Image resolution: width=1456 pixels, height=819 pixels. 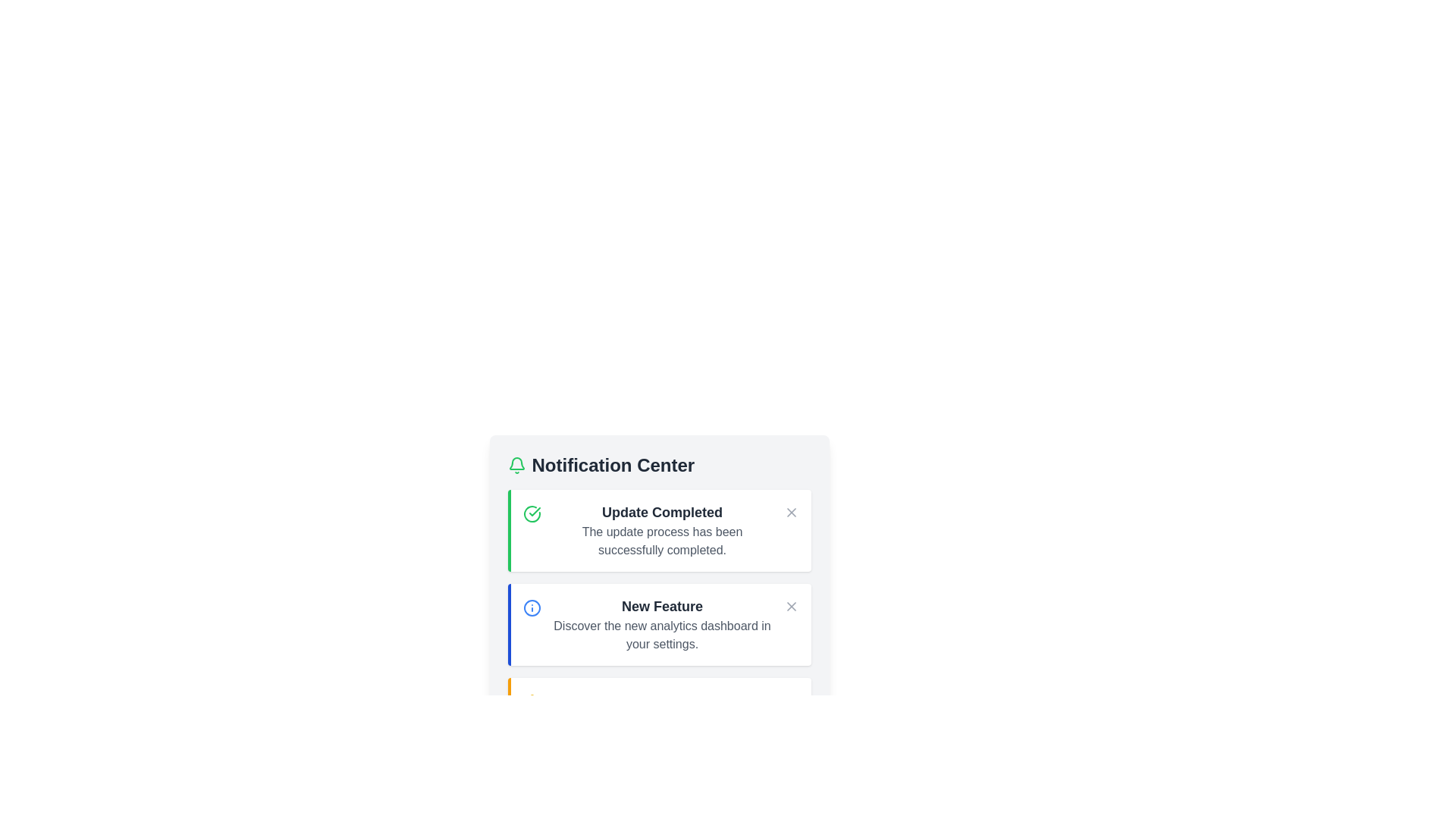 What do you see at coordinates (662, 635) in the screenshot?
I see `the static text reading 'Discover the new analytics dashboard in your settings.' which is located in the second position of the notification card labeled 'New Feature'` at bounding box center [662, 635].